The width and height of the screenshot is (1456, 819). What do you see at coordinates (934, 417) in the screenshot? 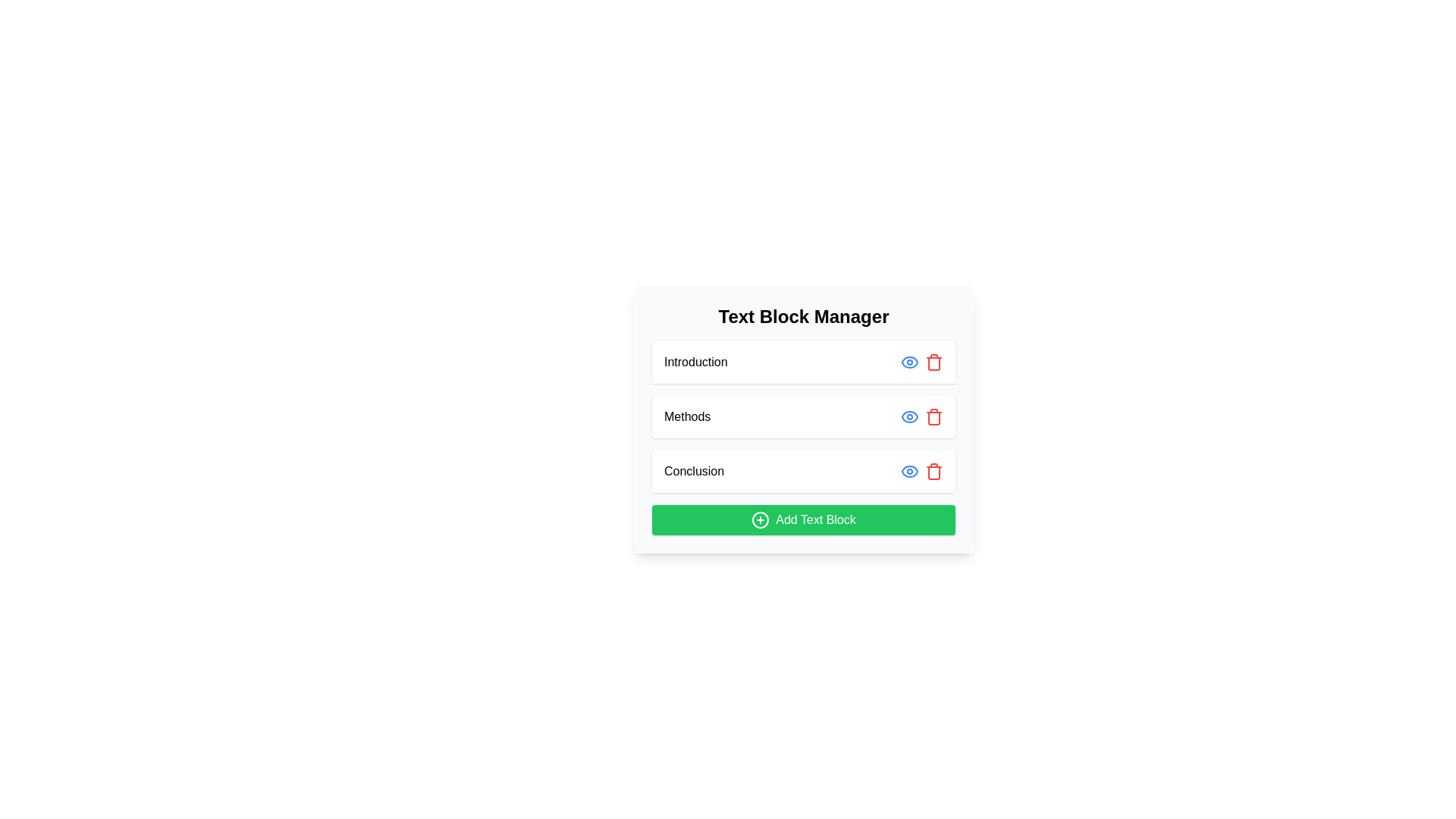
I see `the delete button for the text block titled 'Methods'` at bounding box center [934, 417].